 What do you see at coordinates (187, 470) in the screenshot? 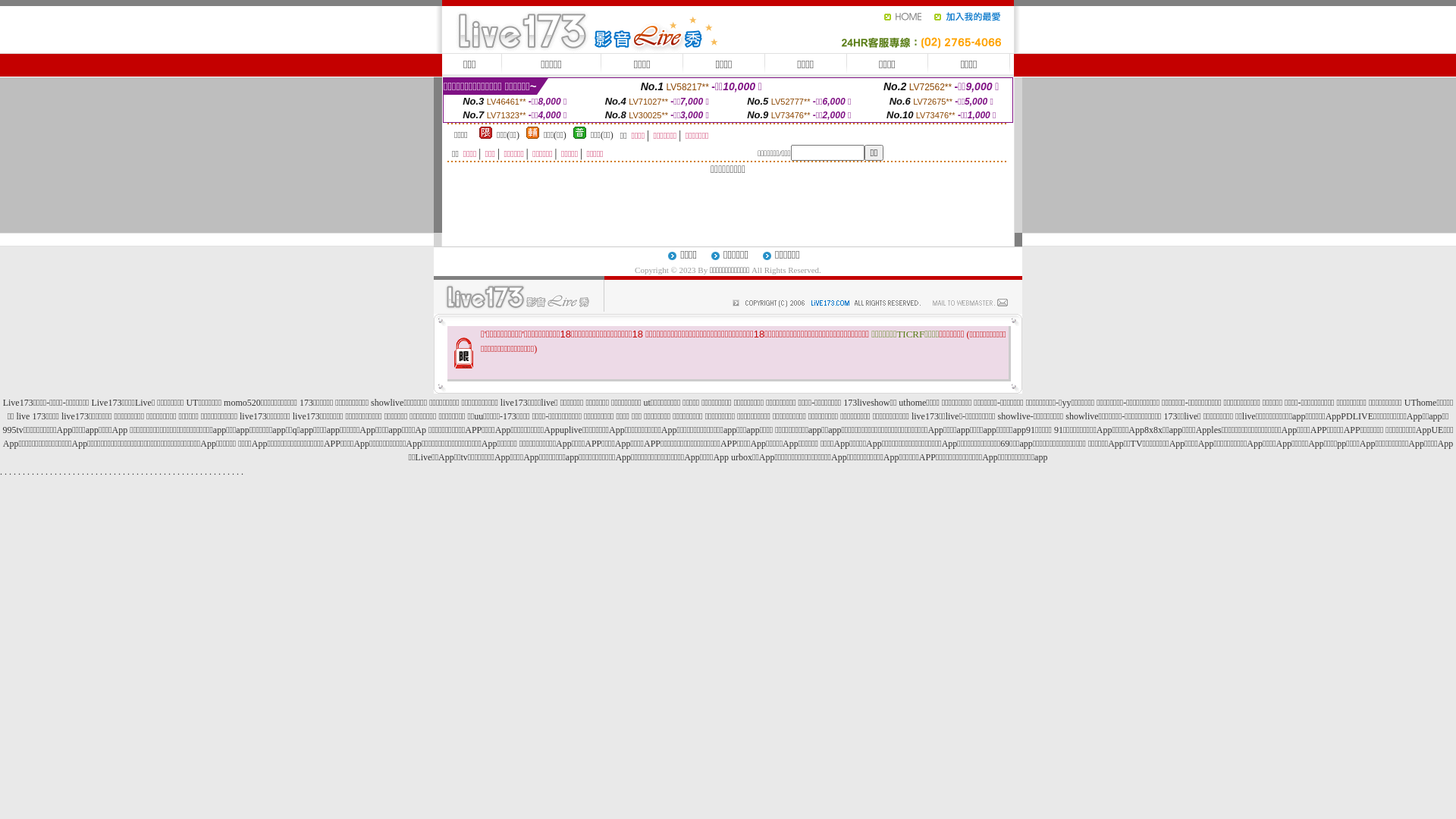
I see `'.'` at bounding box center [187, 470].